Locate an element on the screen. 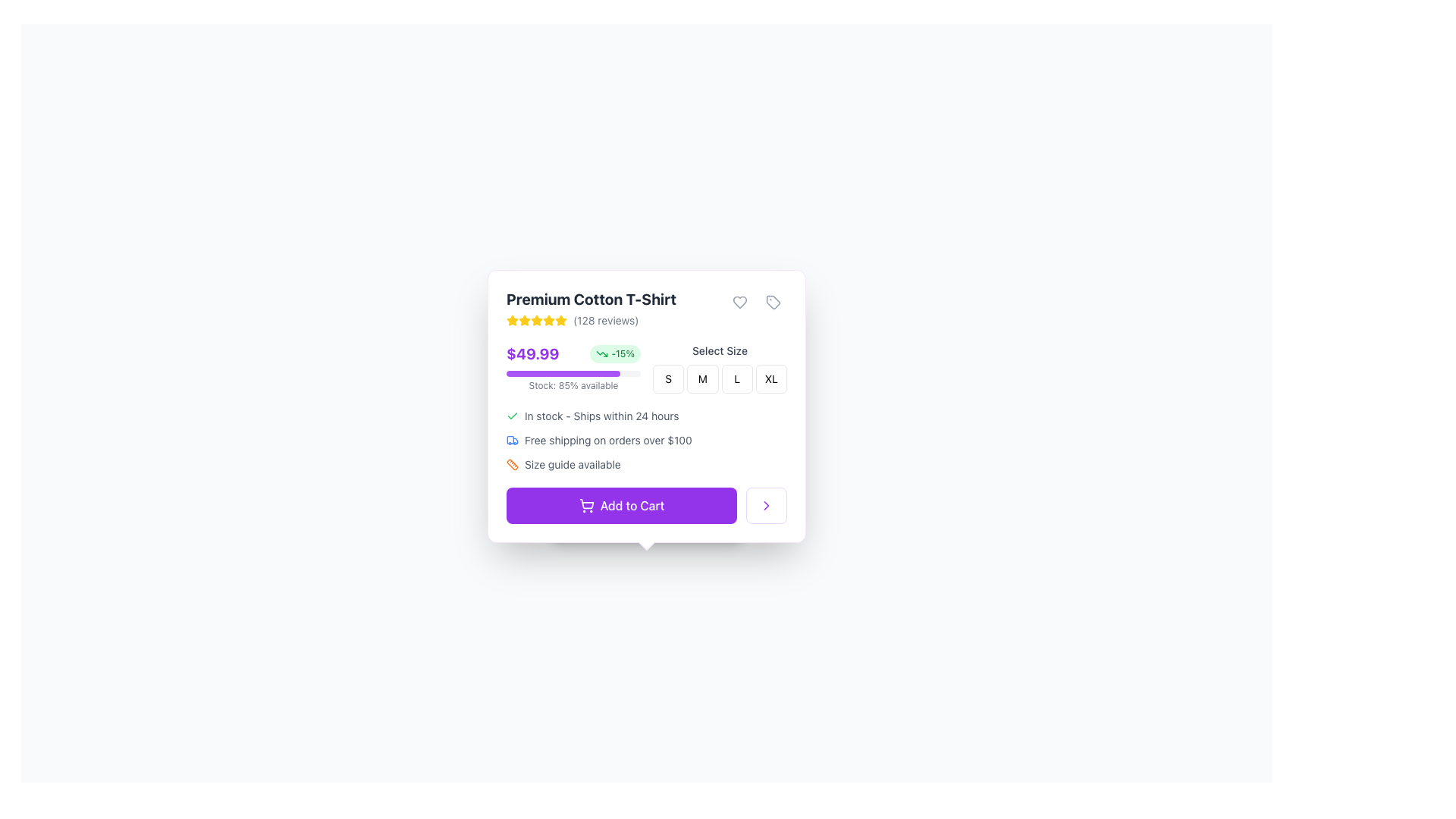  the static informational text displaying 'Free shipping on orders over $100' with a blue delivery truck icon, located in the second position among three rows on the product card is located at coordinates (647, 441).